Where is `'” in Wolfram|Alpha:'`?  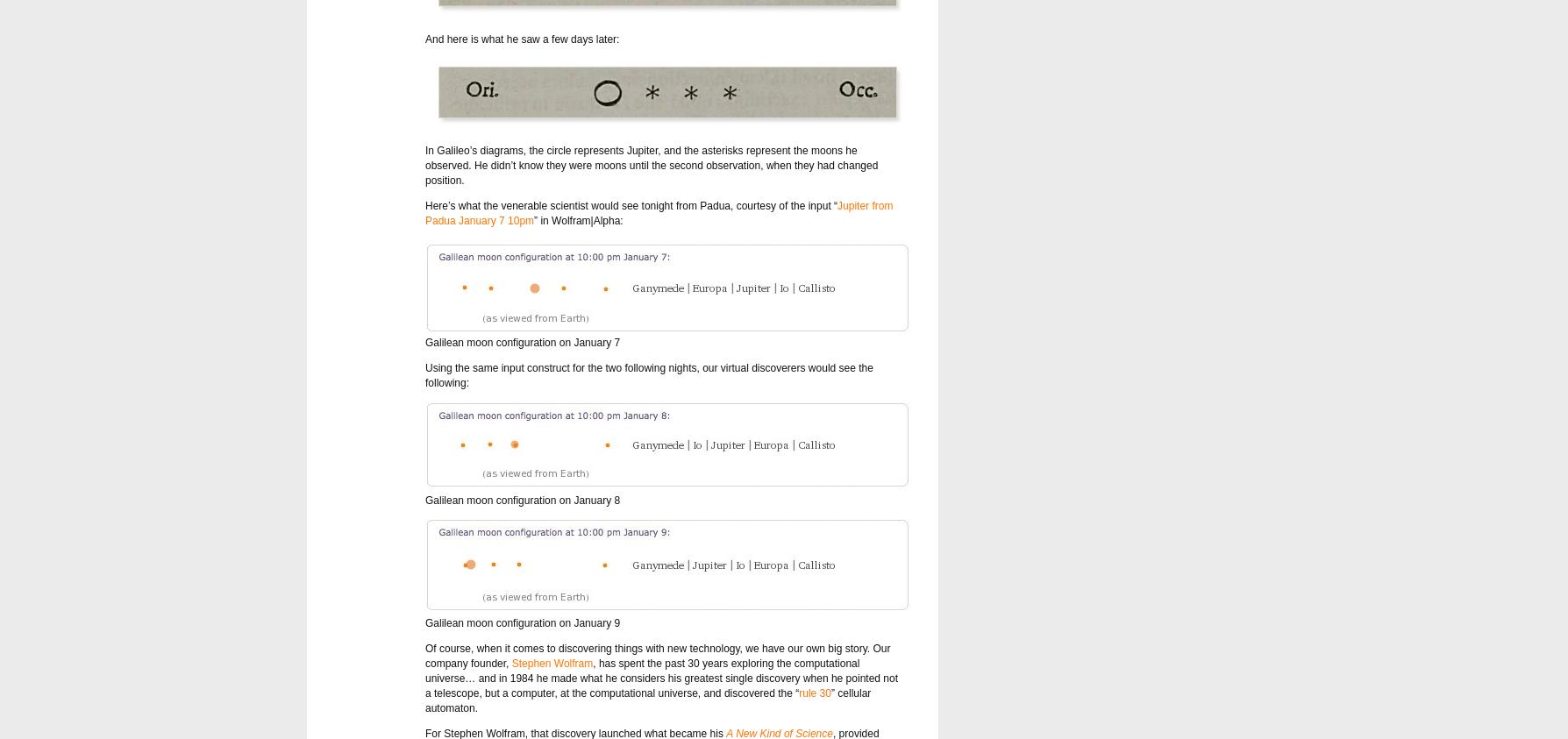 '” in Wolfram|Alpha:' is located at coordinates (578, 220).